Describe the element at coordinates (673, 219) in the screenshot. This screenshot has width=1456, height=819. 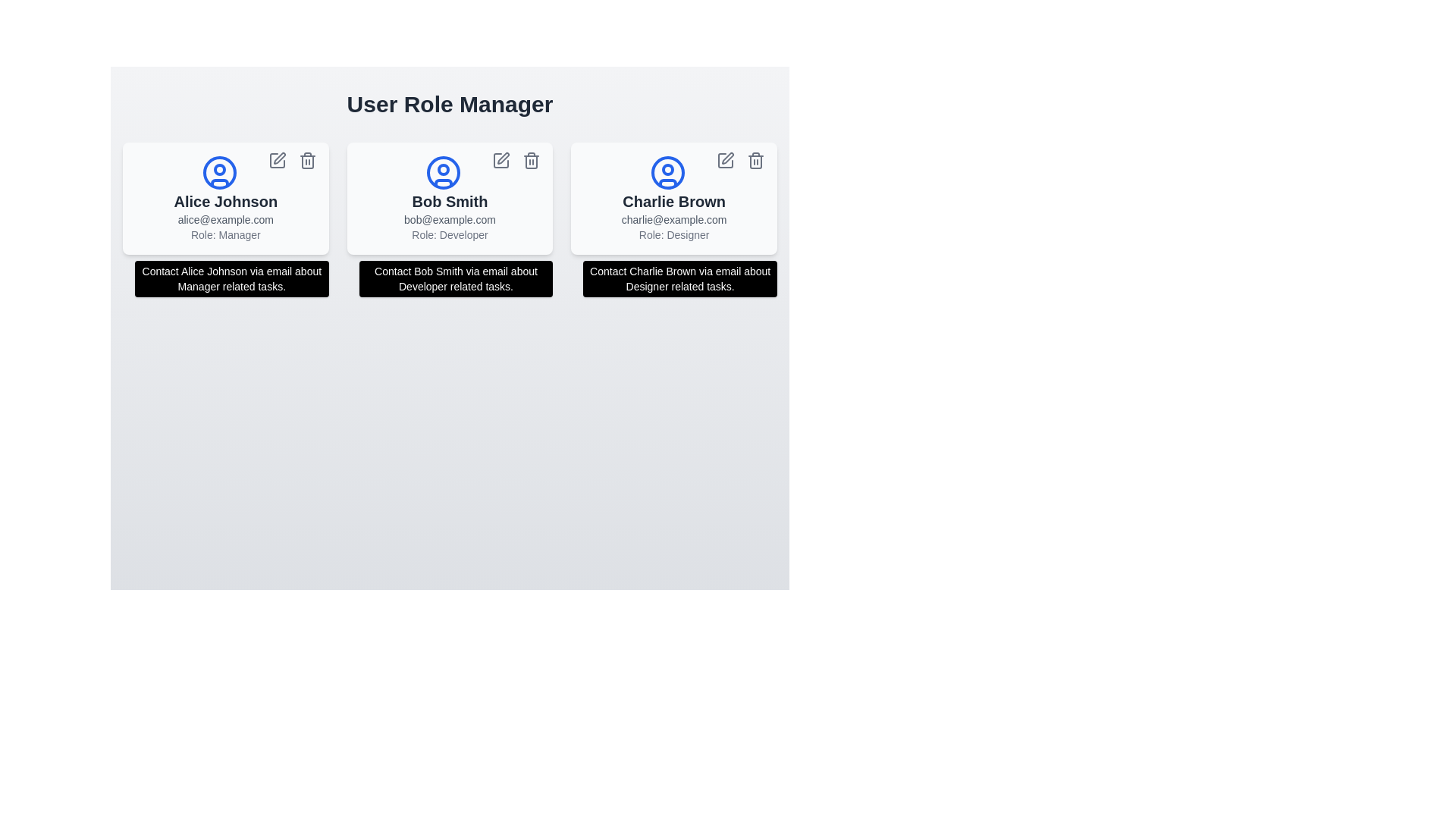
I see `the static text displaying the email address 'charlie@example.com' associated with 'Charlie Brown', located within the profile card below the name and above the role description` at that location.